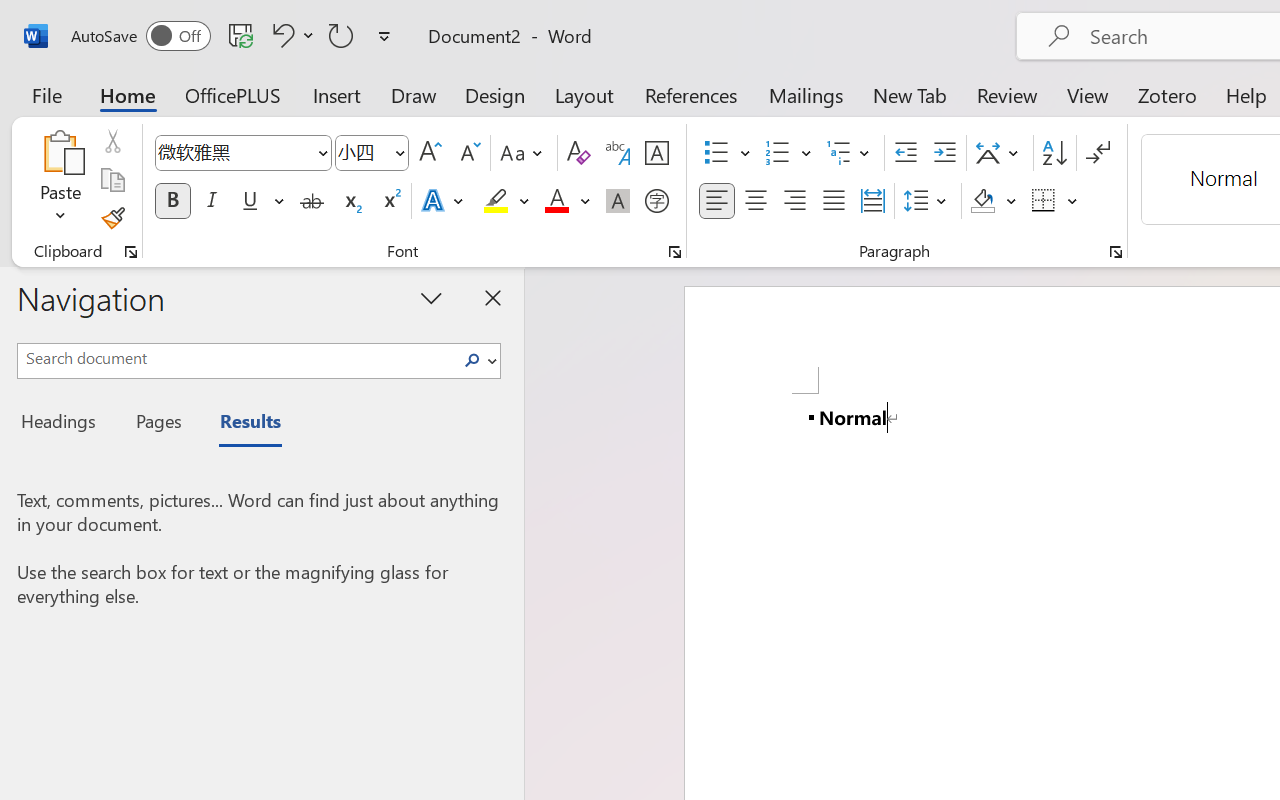 This screenshot has width=1280, height=800. What do you see at coordinates (390, 201) in the screenshot?
I see `'Superscript'` at bounding box center [390, 201].